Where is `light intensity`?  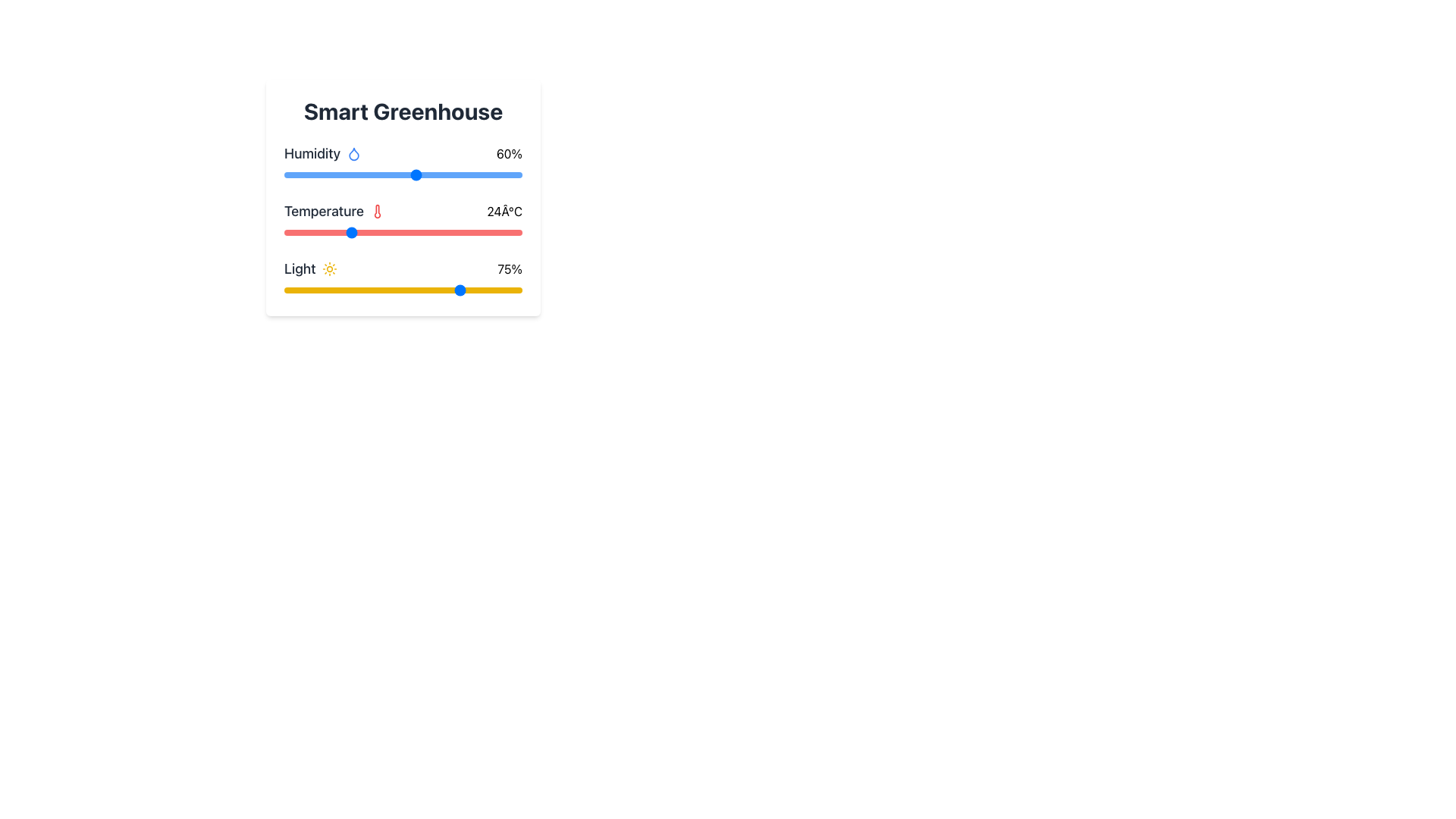 light intensity is located at coordinates (336, 290).